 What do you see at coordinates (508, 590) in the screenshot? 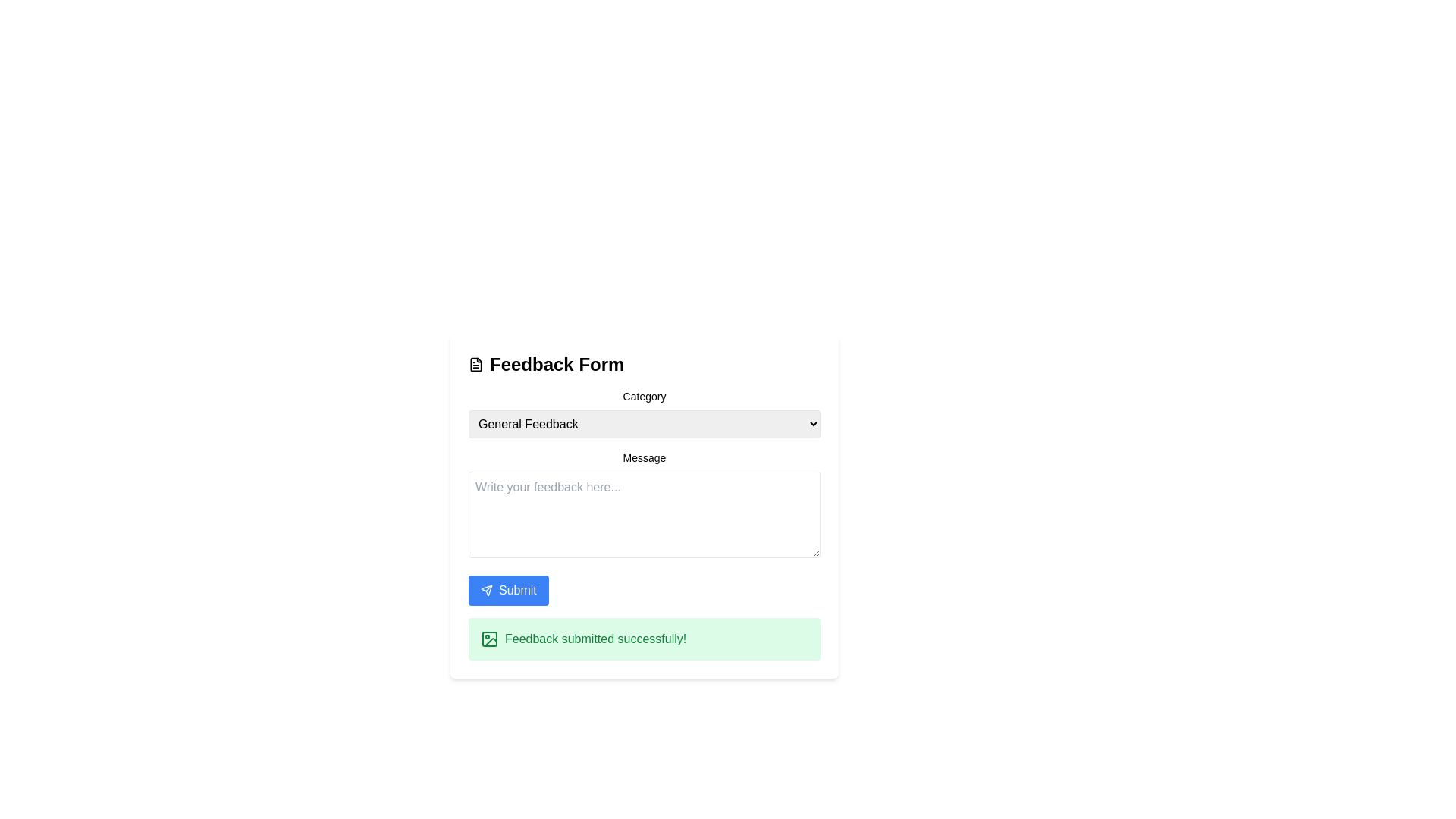
I see `the submit button located at the bottom of the feedback form, just below the 'Message' text area` at bounding box center [508, 590].